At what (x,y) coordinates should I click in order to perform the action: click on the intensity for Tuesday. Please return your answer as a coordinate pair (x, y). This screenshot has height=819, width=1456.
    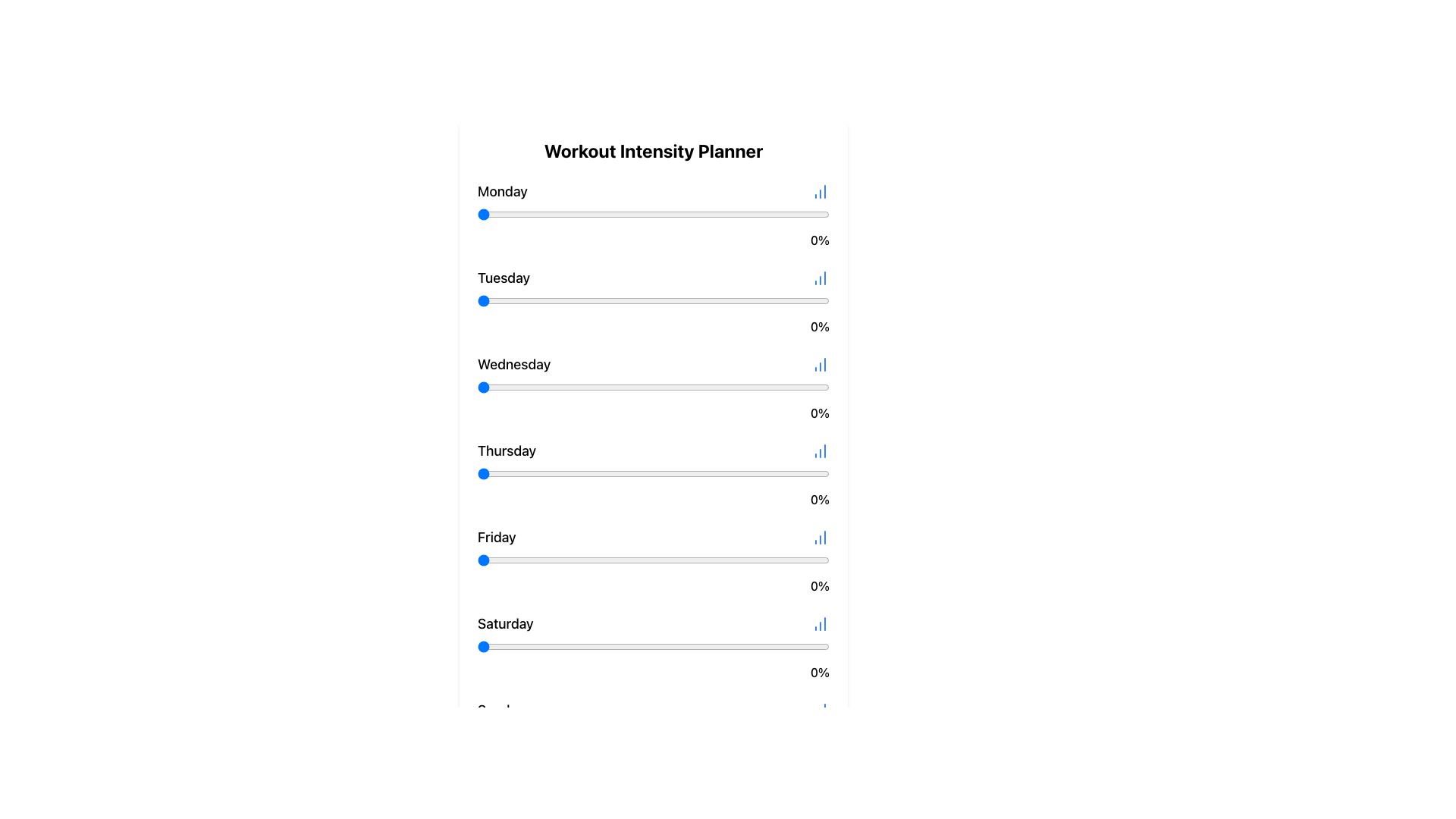
    Looking at the image, I should click on (770, 301).